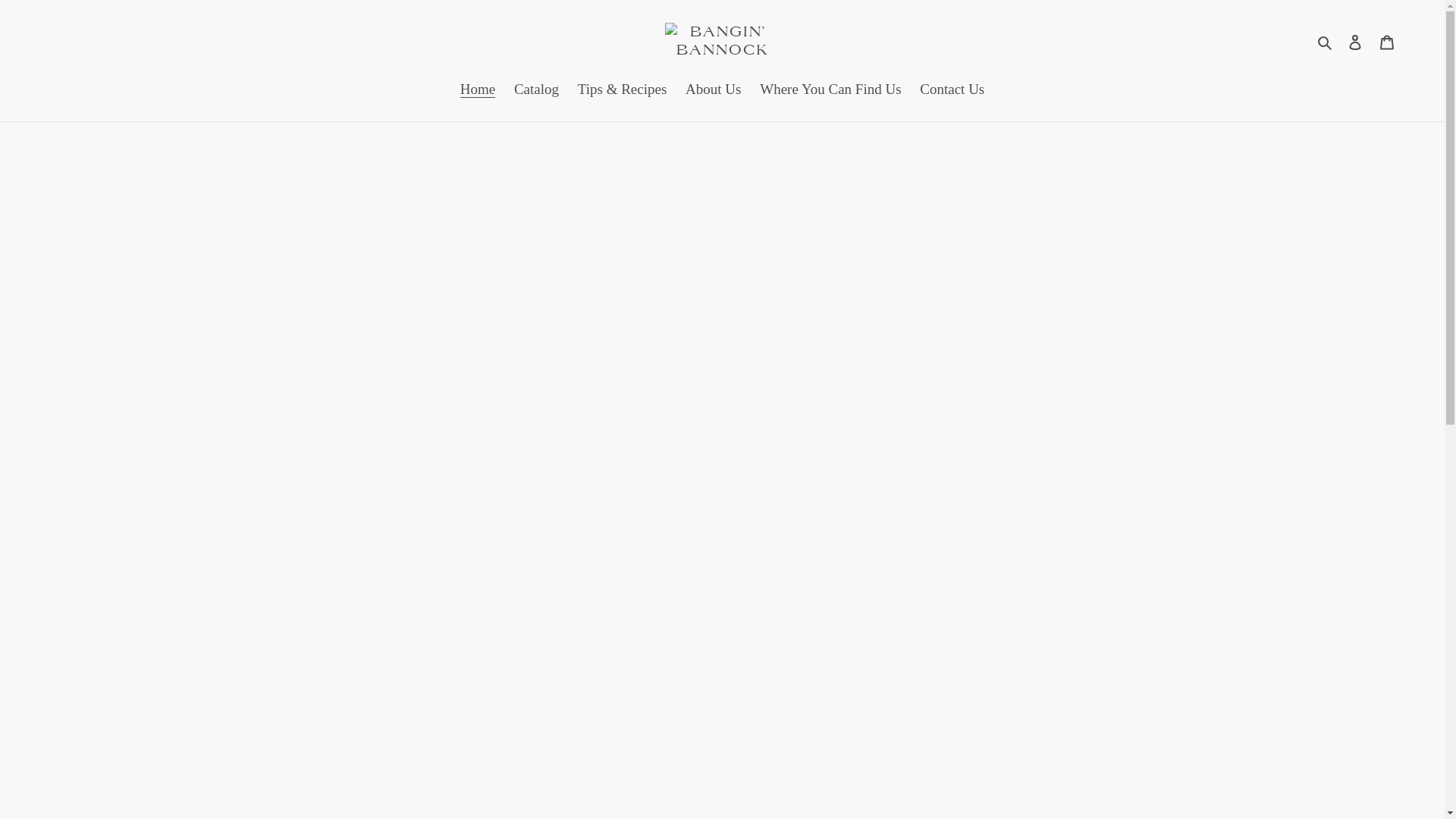 The width and height of the screenshot is (1456, 819). Describe the element at coordinates (622, 90) in the screenshot. I see `'Tips & Recipes'` at that location.